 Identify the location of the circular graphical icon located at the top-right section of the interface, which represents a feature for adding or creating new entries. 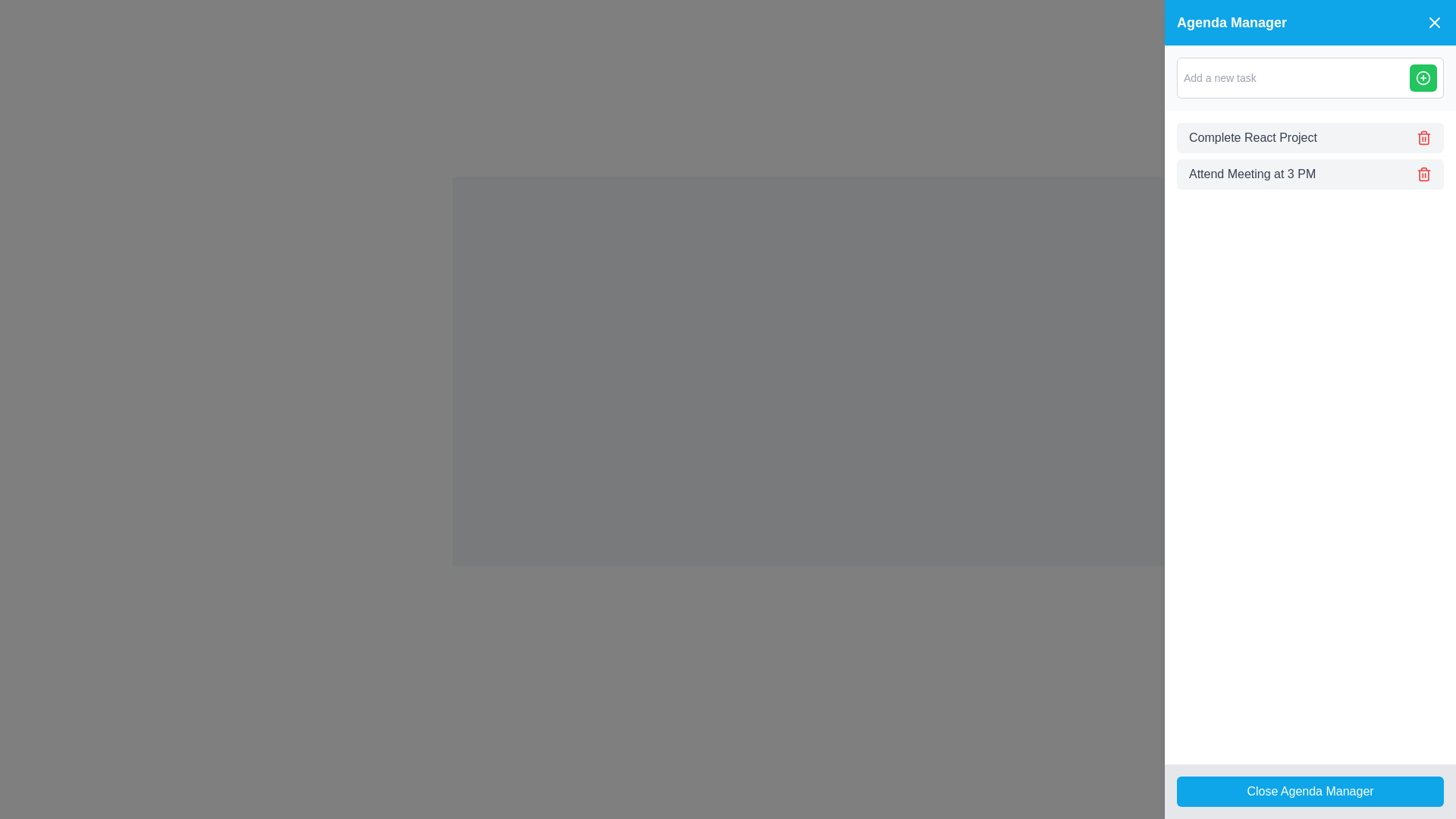
(1422, 78).